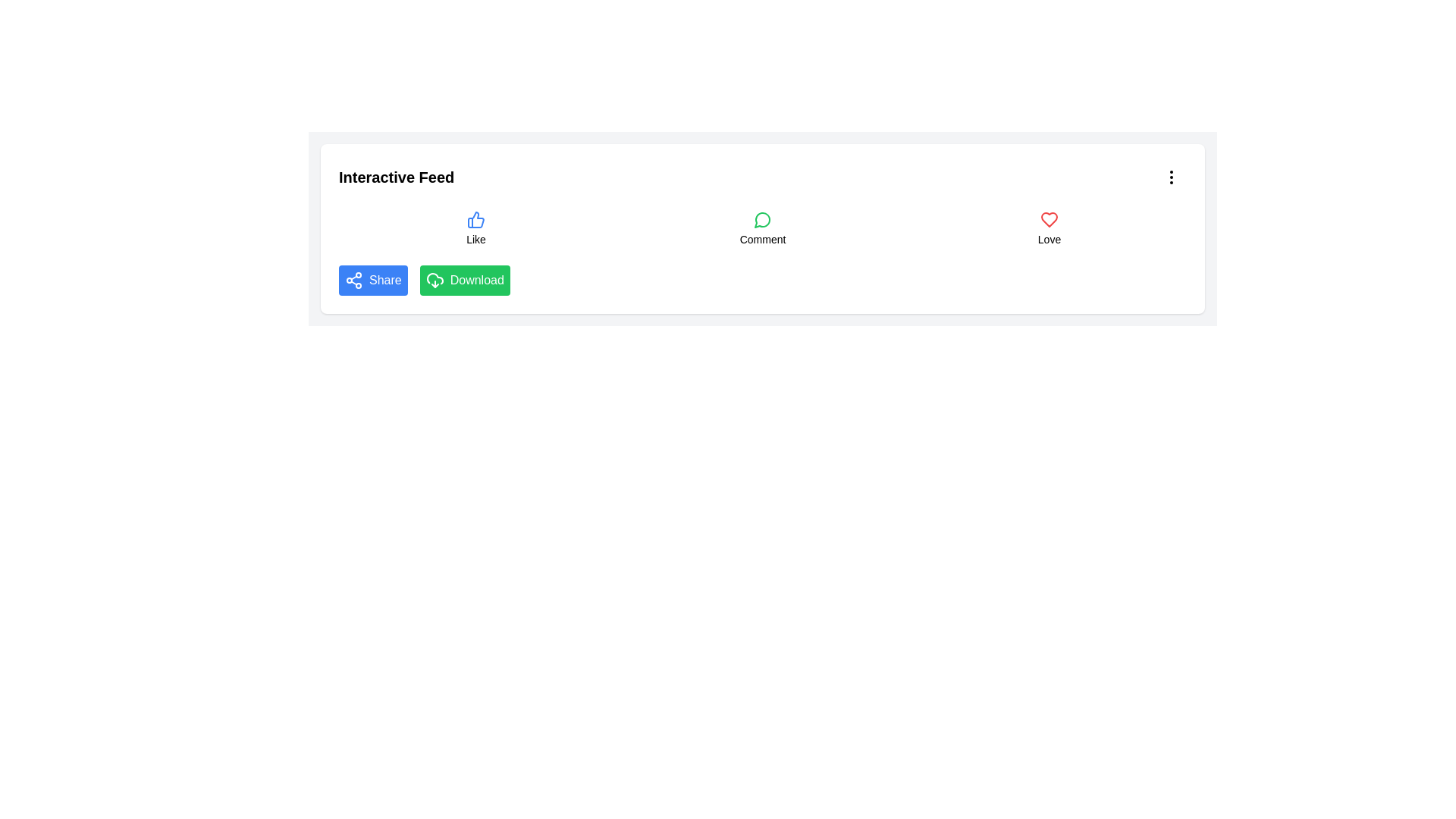 The height and width of the screenshot is (819, 1456). Describe the element at coordinates (1048, 219) in the screenshot. I see `the heart icon, located at the bottom-right area of the interactive feed section` at that location.